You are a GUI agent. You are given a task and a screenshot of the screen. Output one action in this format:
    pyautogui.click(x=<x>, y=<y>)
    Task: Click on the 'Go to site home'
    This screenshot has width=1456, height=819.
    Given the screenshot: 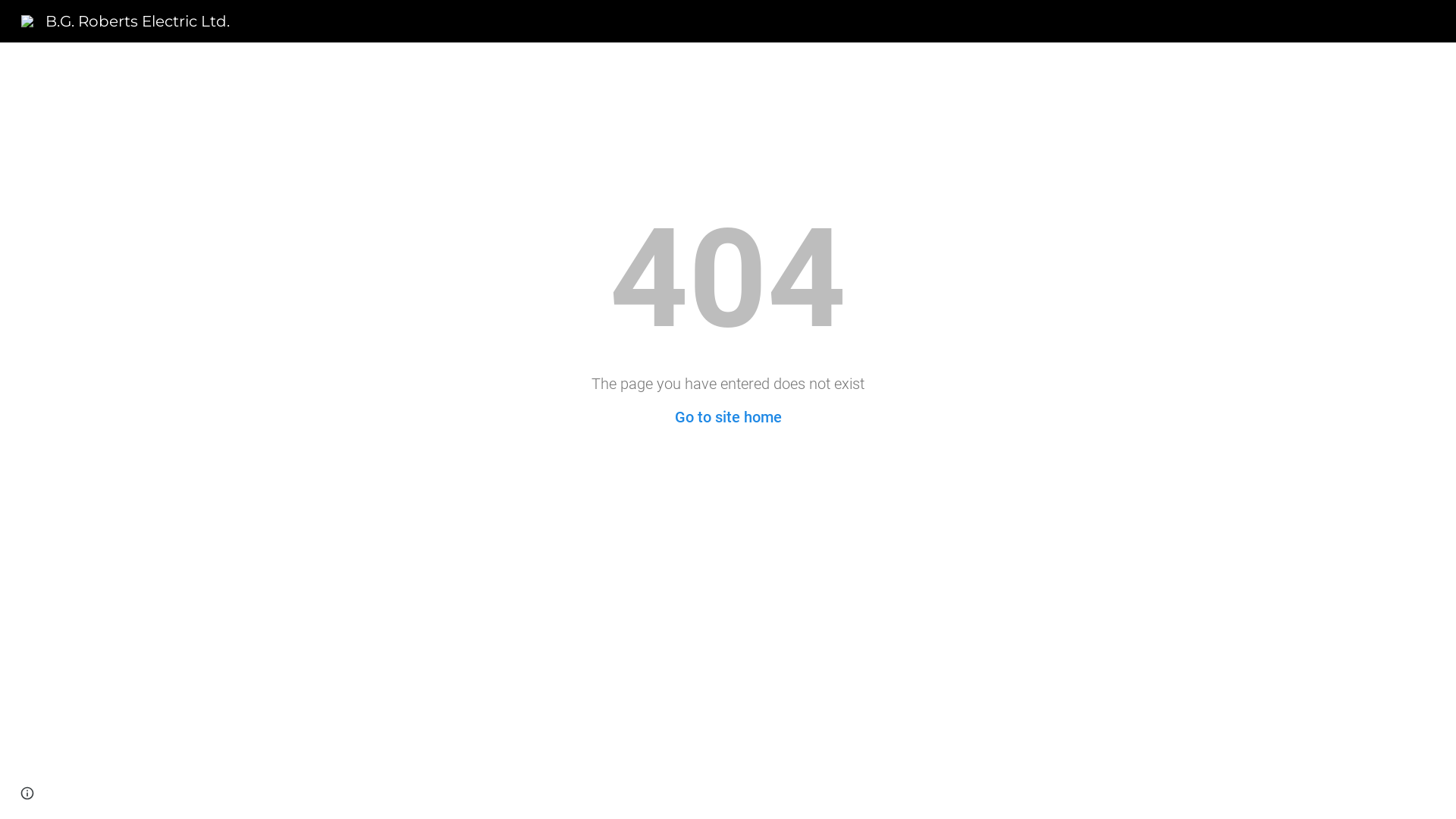 What is the action you would take?
    pyautogui.click(x=728, y=417)
    